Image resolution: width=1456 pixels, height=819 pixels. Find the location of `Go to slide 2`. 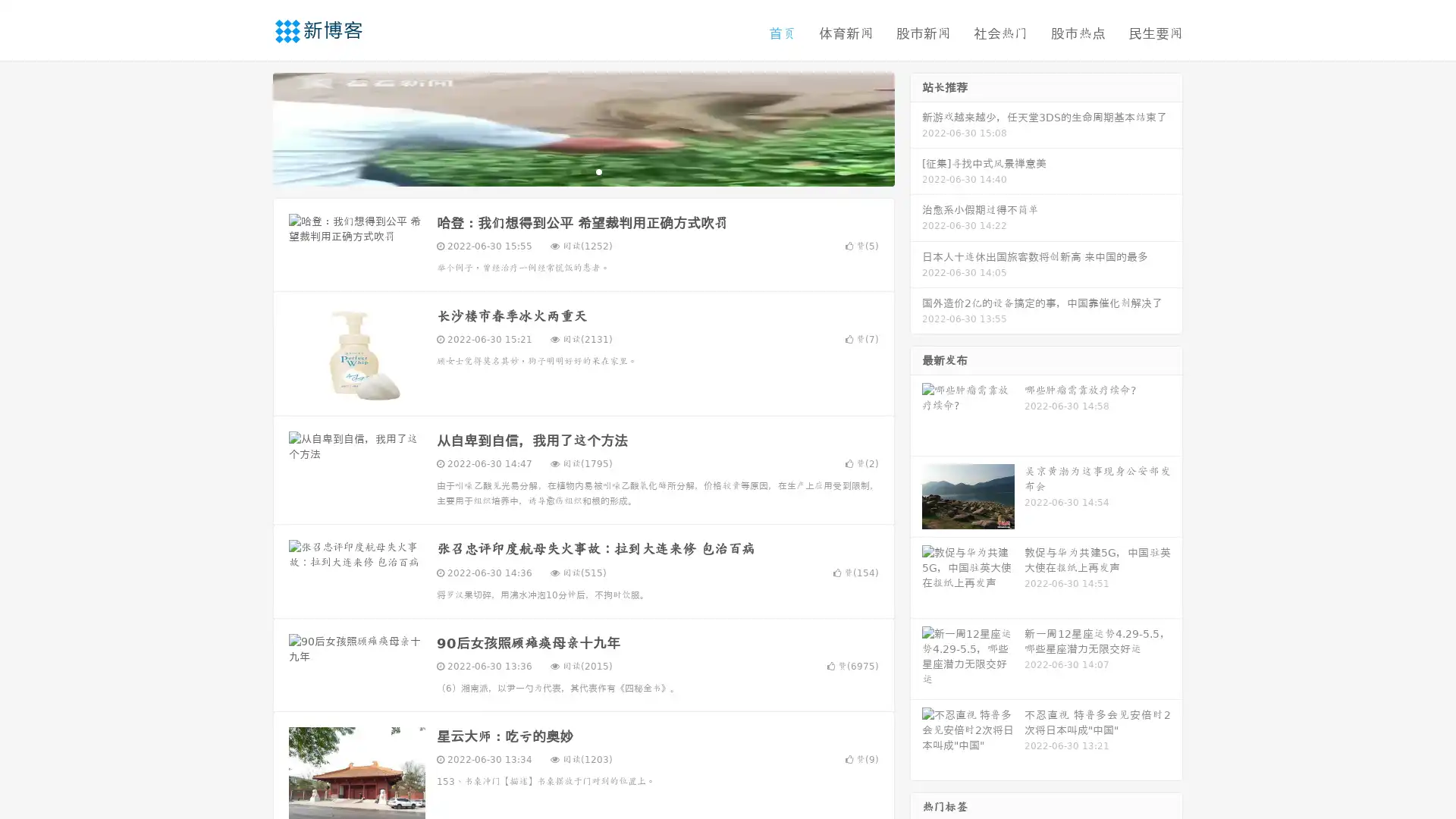

Go to slide 2 is located at coordinates (582, 171).